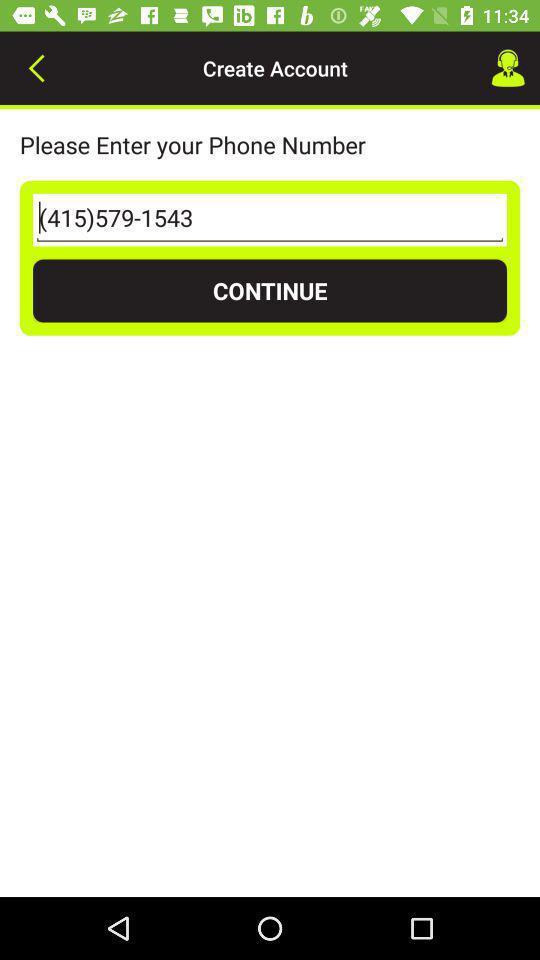 The width and height of the screenshot is (540, 960). I want to click on item to the right of the create account icon, so click(508, 68).